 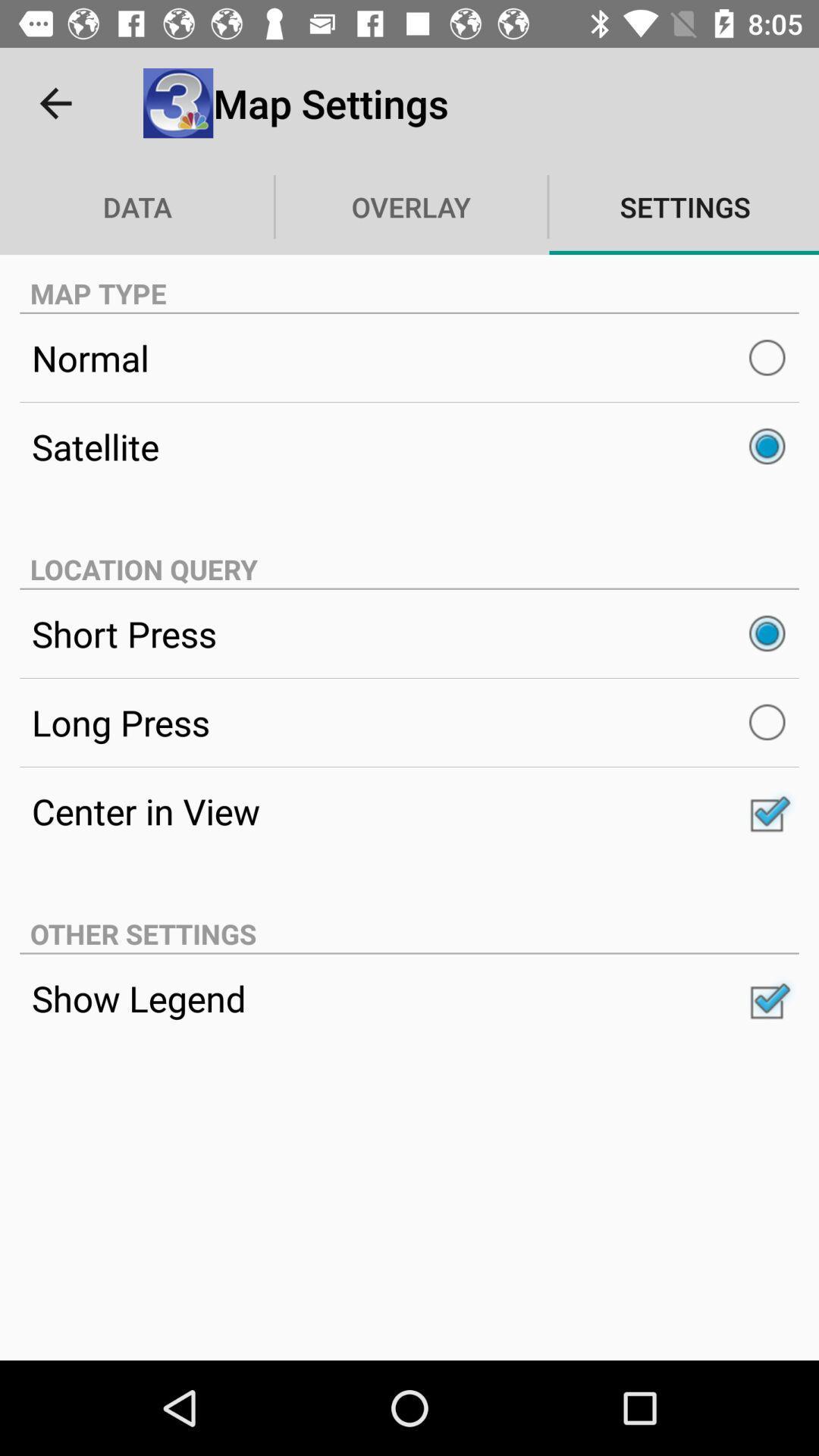 I want to click on the normal icon, so click(x=409, y=357).